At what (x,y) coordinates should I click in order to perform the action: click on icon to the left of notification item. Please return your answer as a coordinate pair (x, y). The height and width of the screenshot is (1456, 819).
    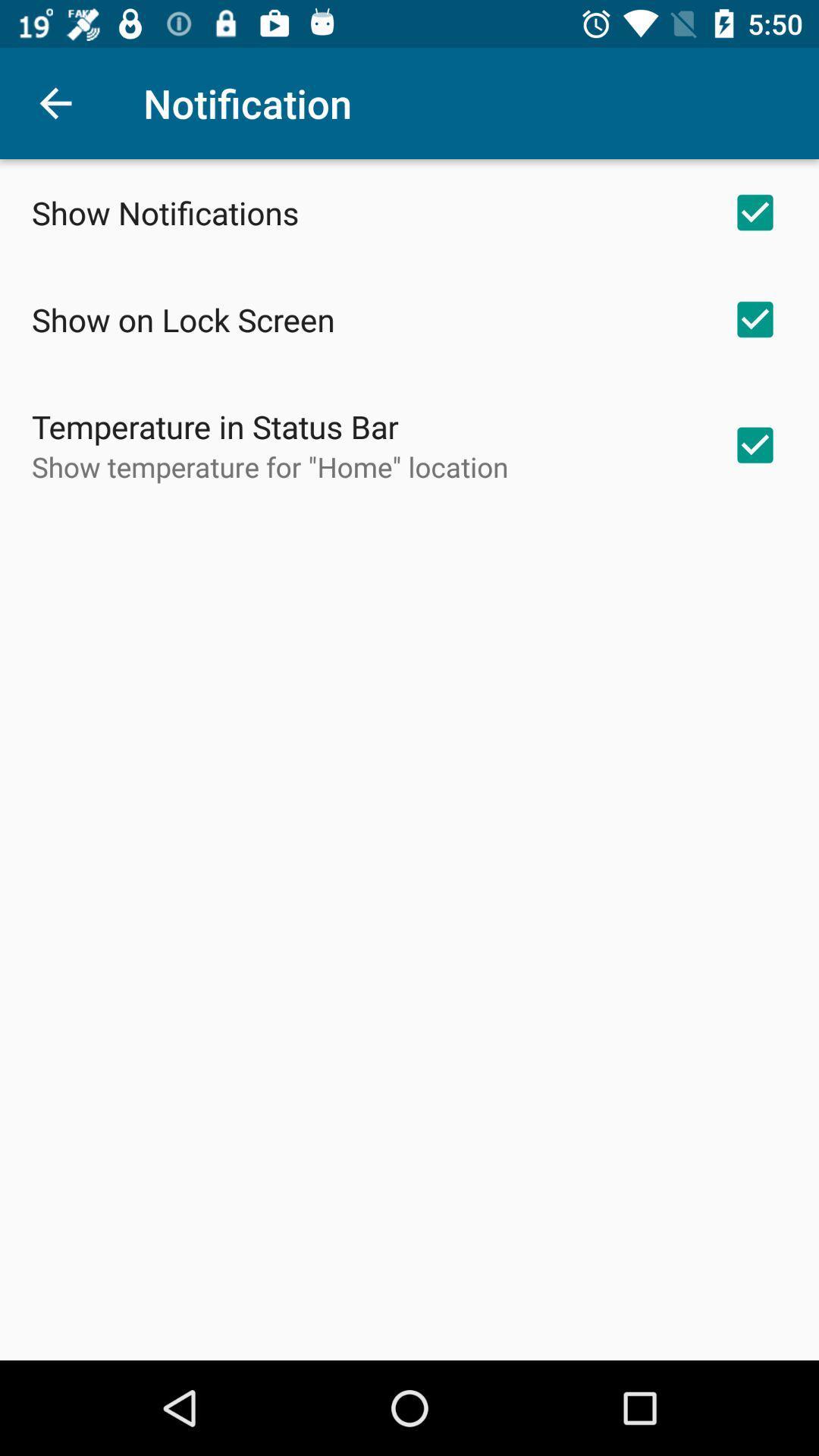
    Looking at the image, I should click on (55, 102).